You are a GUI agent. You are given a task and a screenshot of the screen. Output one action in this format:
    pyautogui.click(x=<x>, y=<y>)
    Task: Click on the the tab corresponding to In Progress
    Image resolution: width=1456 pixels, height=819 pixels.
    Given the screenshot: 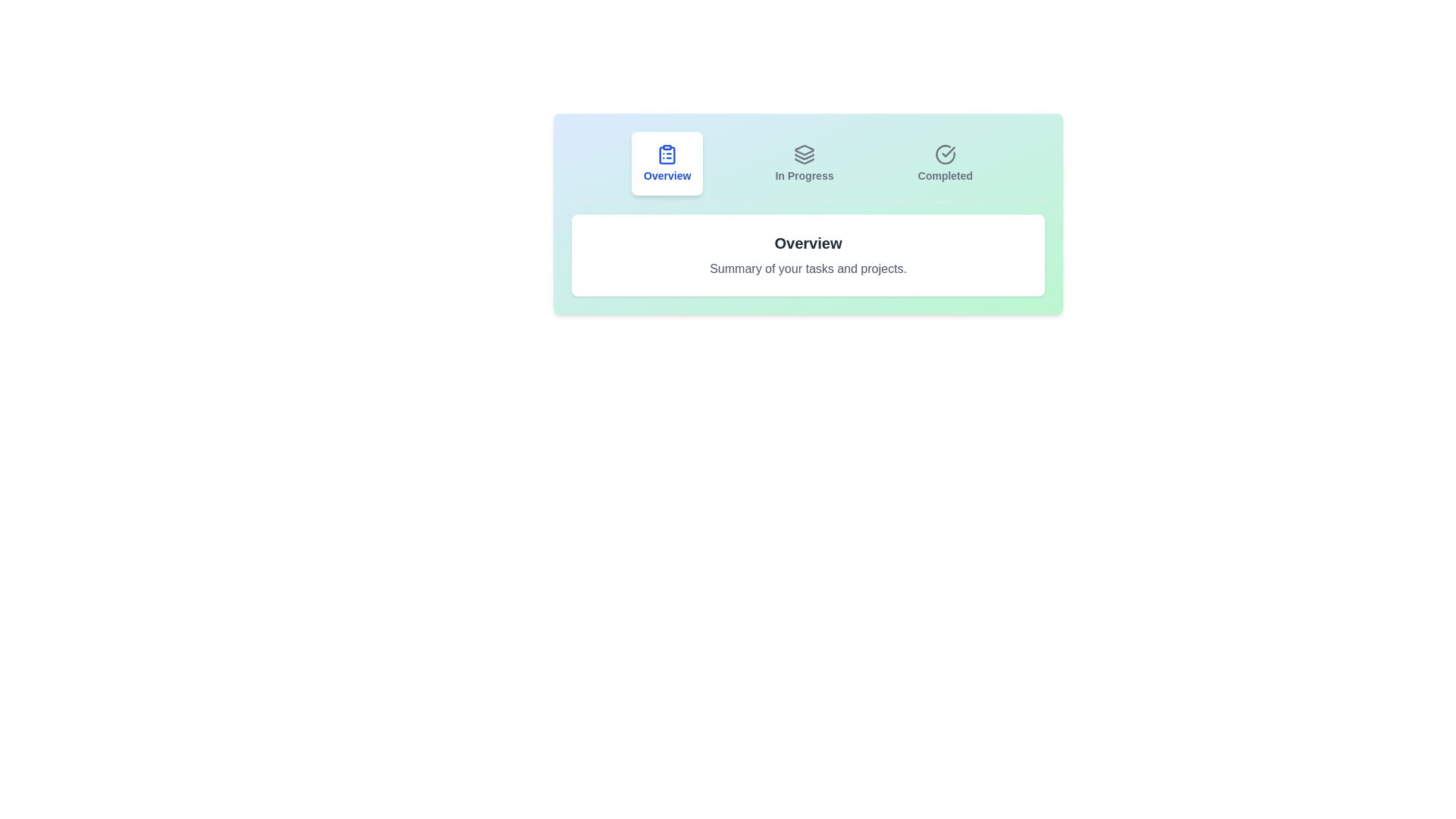 What is the action you would take?
    pyautogui.click(x=803, y=164)
    